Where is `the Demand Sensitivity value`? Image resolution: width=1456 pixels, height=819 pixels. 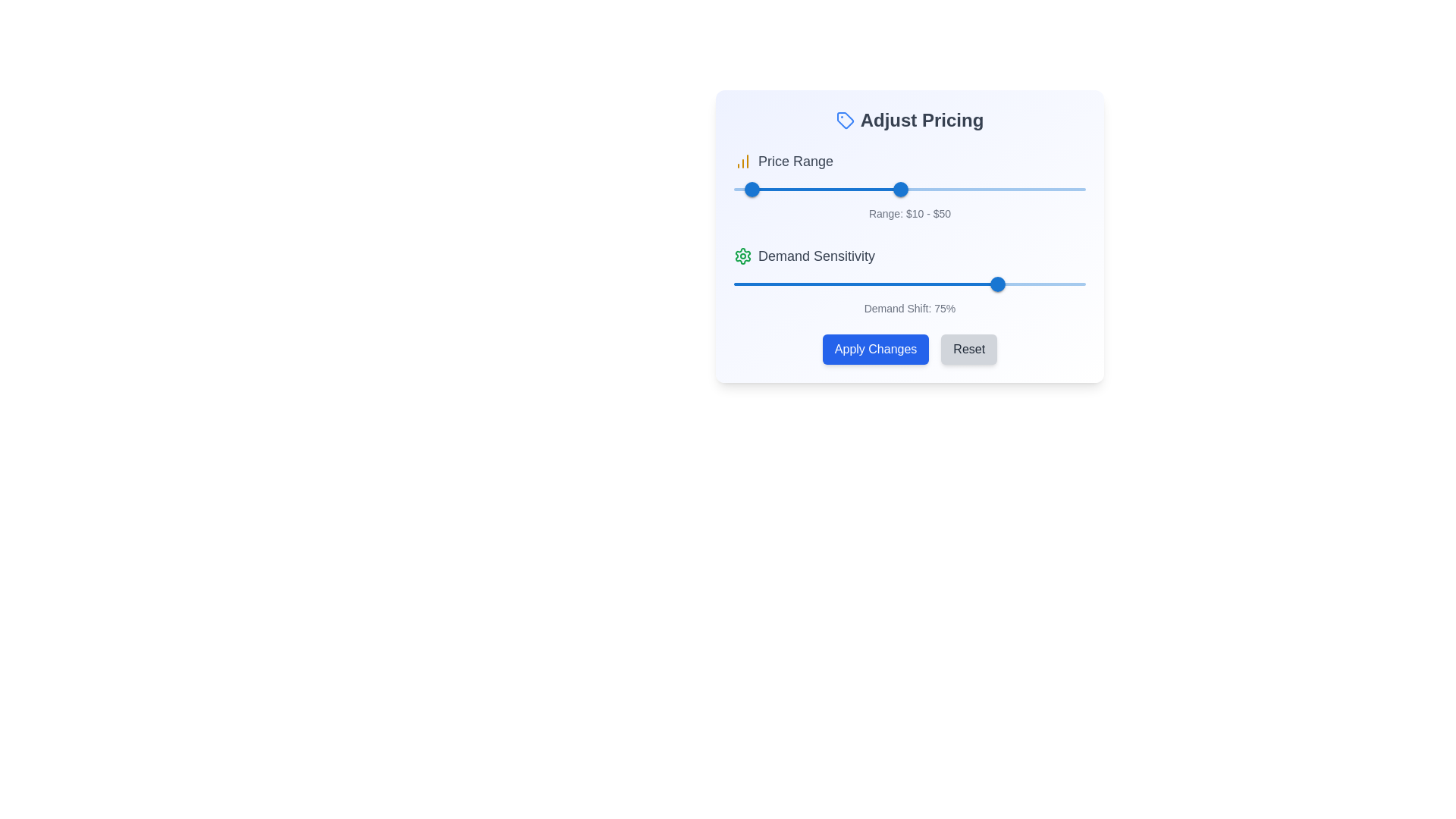 the Demand Sensitivity value is located at coordinates (957, 284).